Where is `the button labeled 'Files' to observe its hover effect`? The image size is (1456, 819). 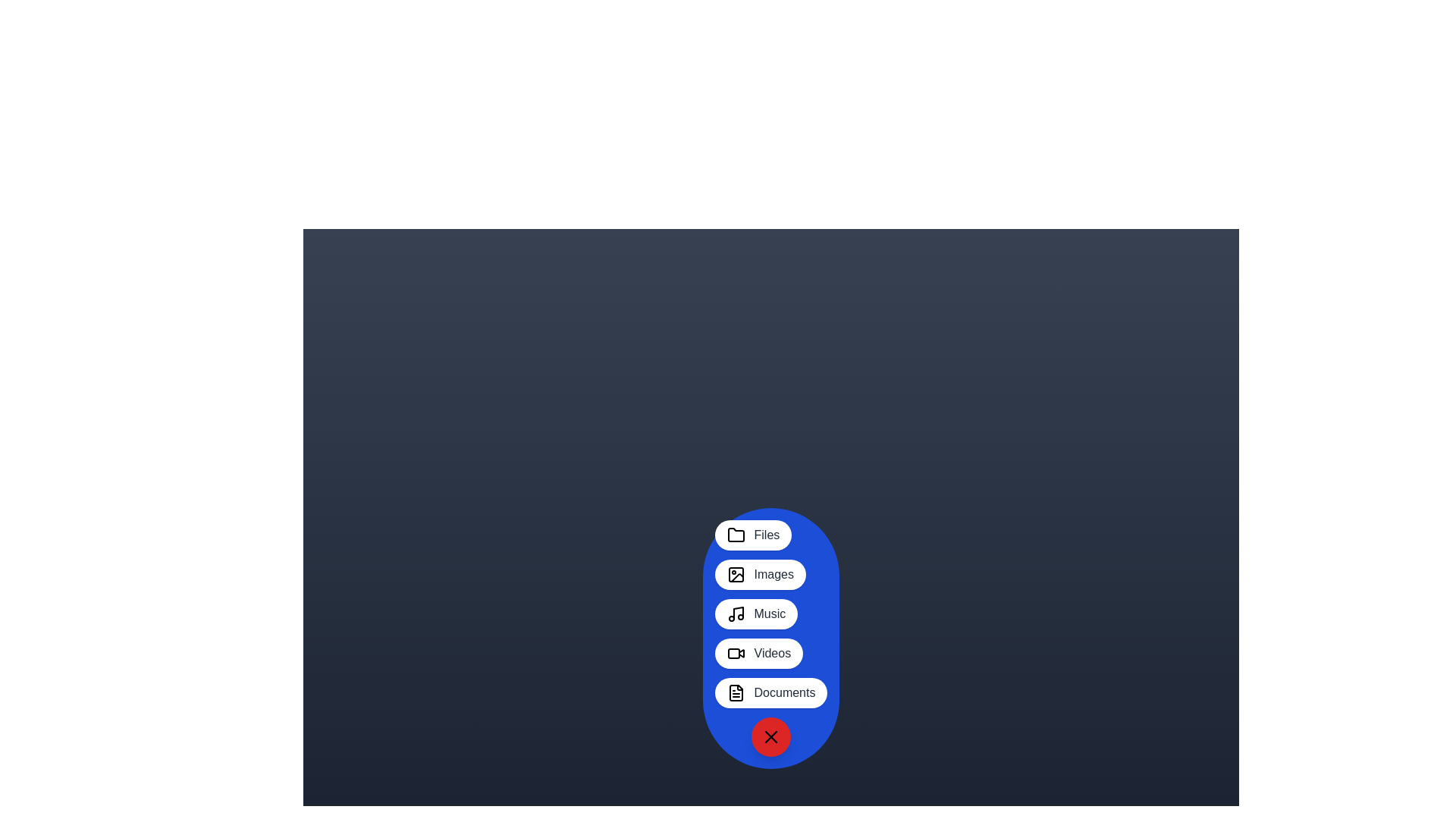
the button labeled 'Files' to observe its hover effect is located at coordinates (753, 534).